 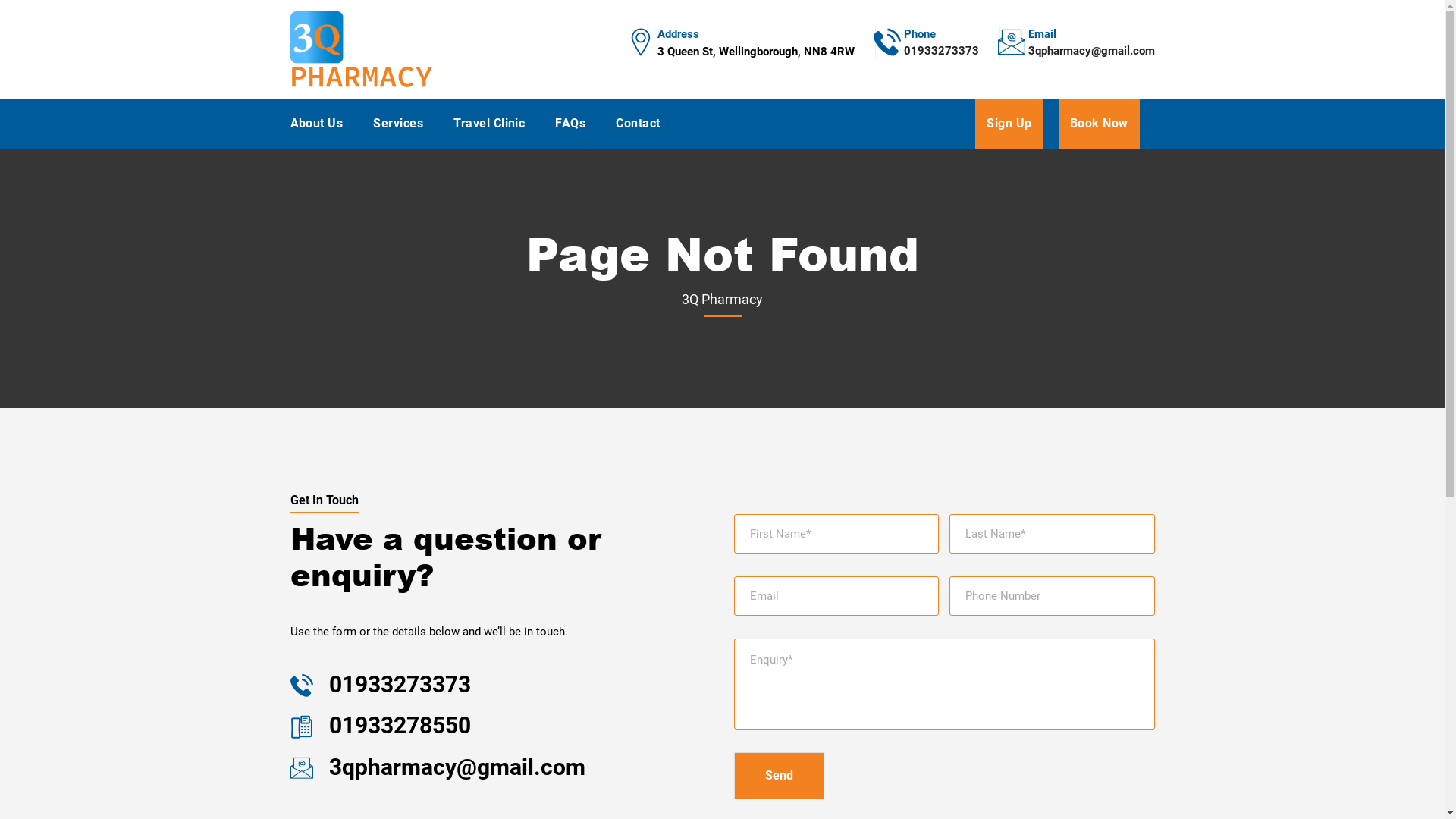 I want to click on 'Sign Up', so click(x=975, y=122).